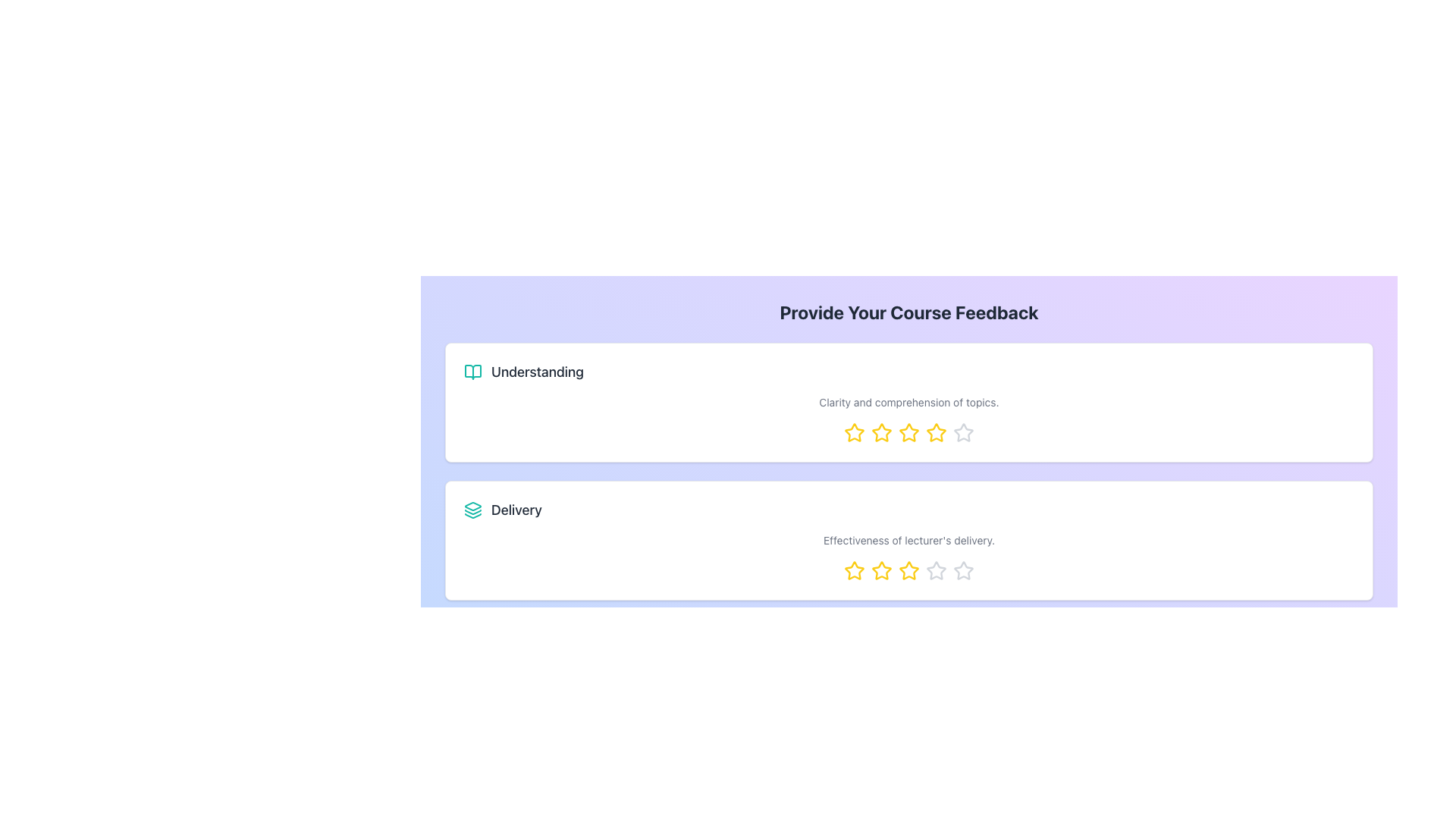 Image resolution: width=1456 pixels, height=819 pixels. Describe the element at coordinates (909, 540) in the screenshot. I see `the text label that says 'Effectiveness of lecturer's delivery.' which is styled with a small font size and grayish text color, positioned below the heading 'Delivery'` at that location.